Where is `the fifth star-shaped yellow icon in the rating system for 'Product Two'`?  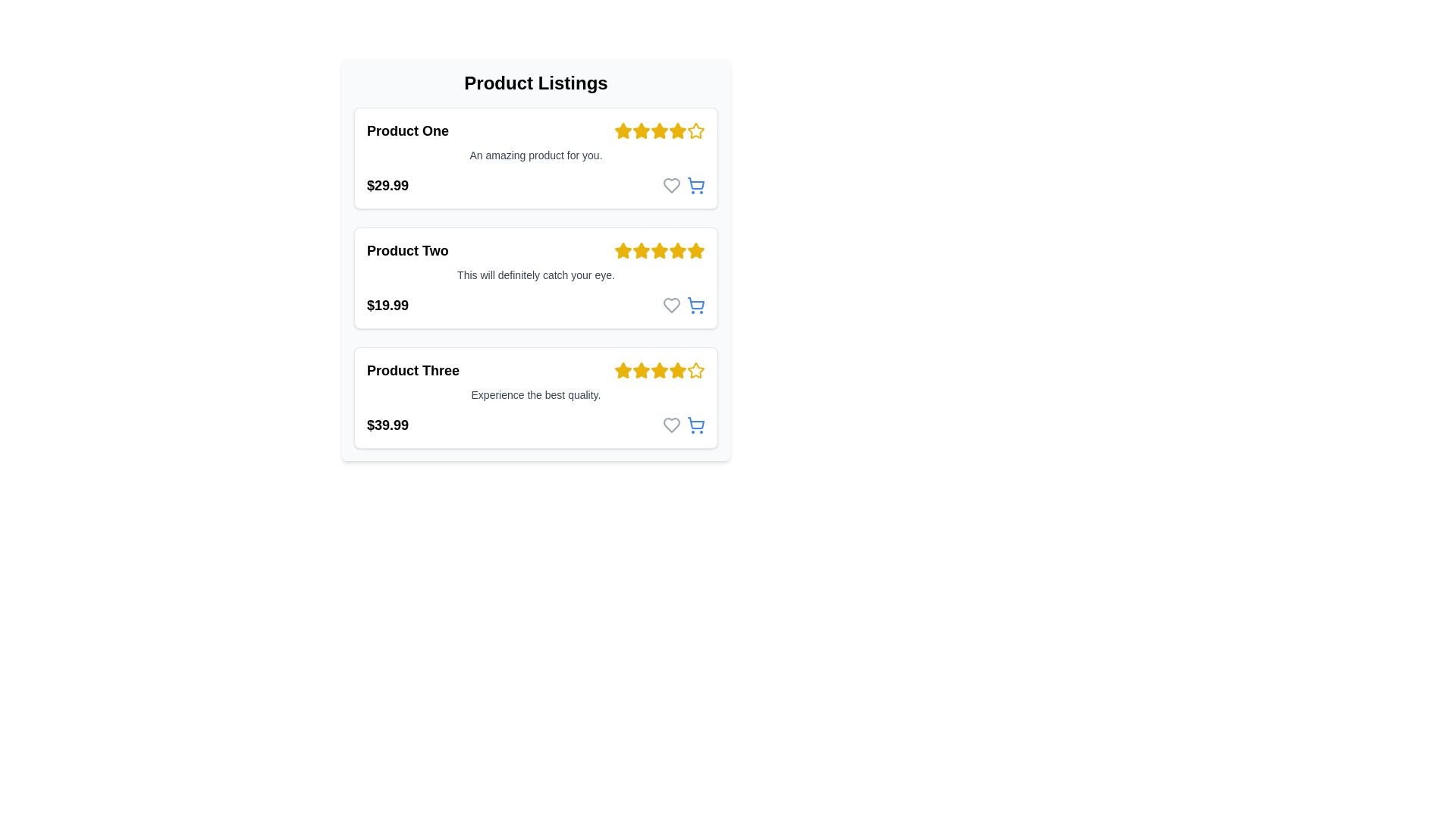
the fifth star-shaped yellow icon in the rating system for 'Product Two' is located at coordinates (695, 250).